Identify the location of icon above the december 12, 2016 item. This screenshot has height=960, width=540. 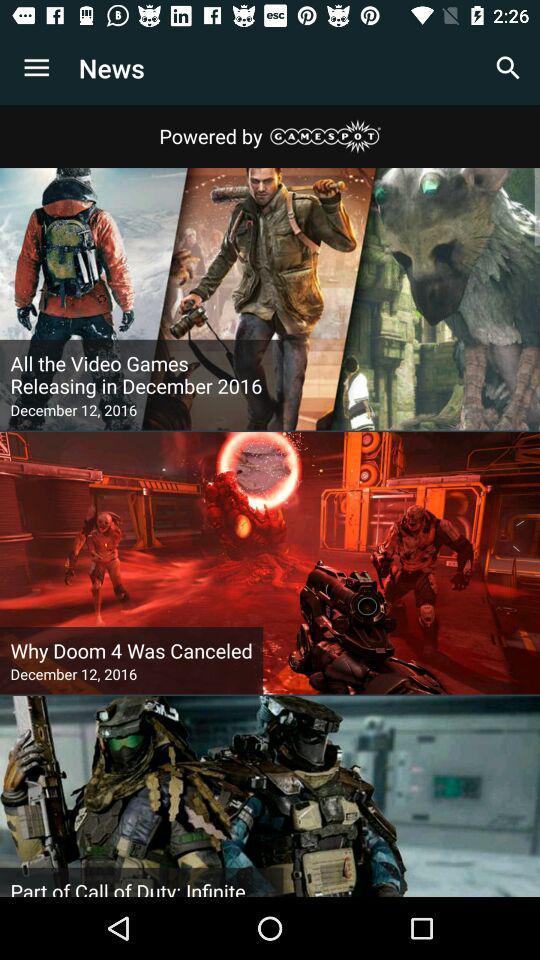
(131, 649).